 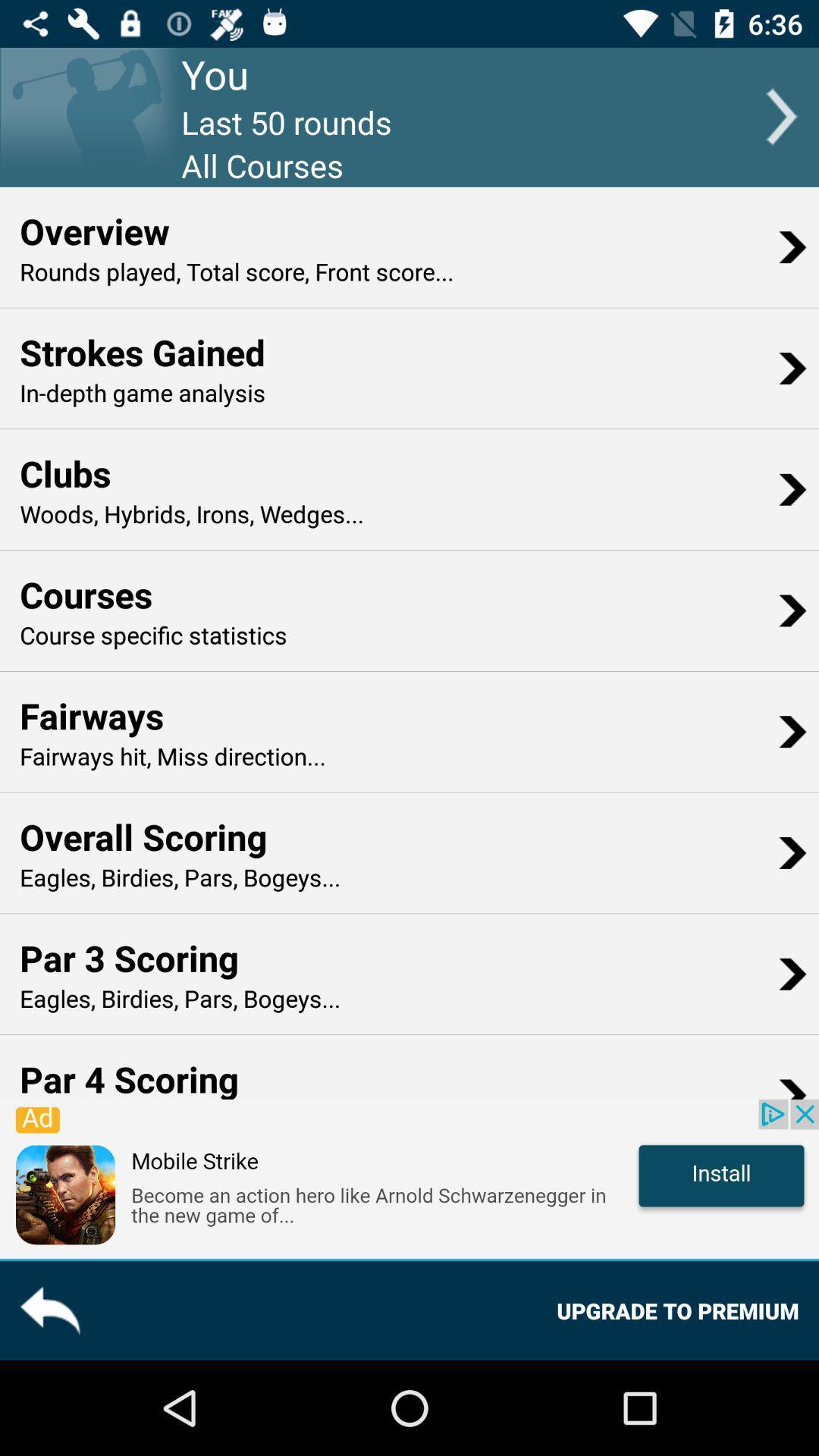 I want to click on app advertisement option, so click(x=409, y=1178).